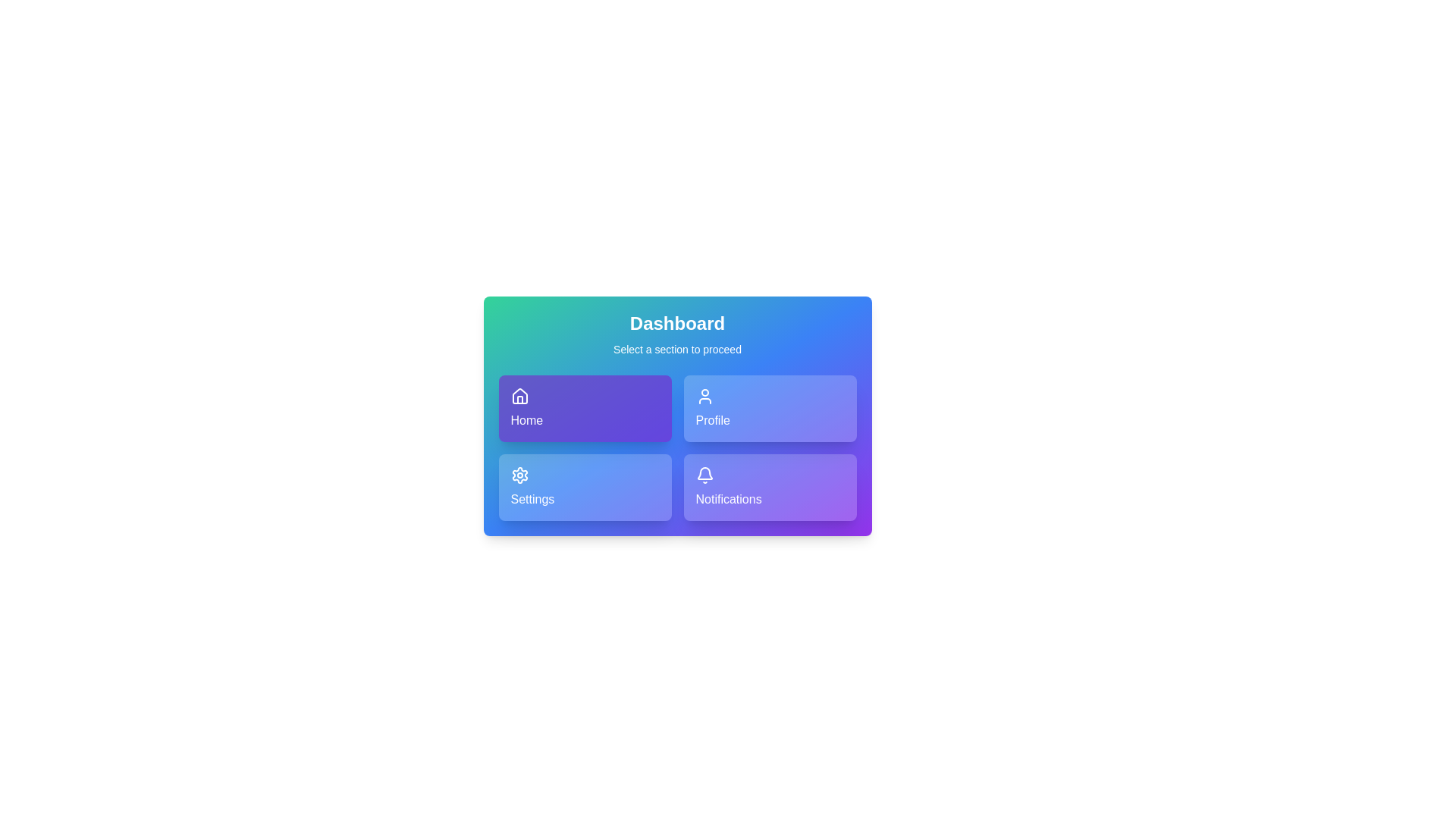 This screenshot has height=819, width=1456. Describe the element at coordinates (584, 488) in the screenshot. I see `the button corresponding to the section Settings` at that location.